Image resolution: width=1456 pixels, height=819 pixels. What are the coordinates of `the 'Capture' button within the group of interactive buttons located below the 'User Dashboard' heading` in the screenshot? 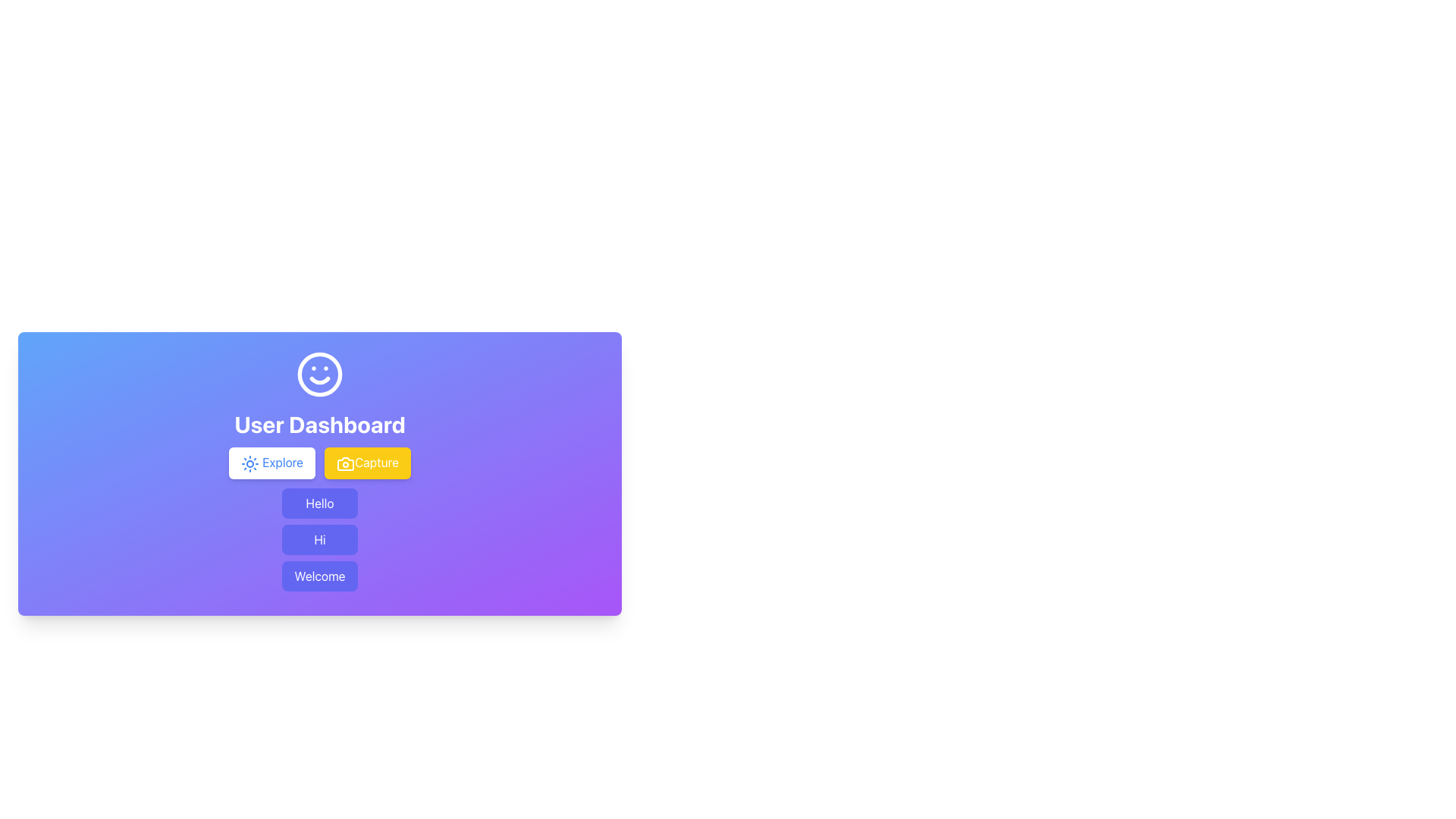 It's located at (319, 462).